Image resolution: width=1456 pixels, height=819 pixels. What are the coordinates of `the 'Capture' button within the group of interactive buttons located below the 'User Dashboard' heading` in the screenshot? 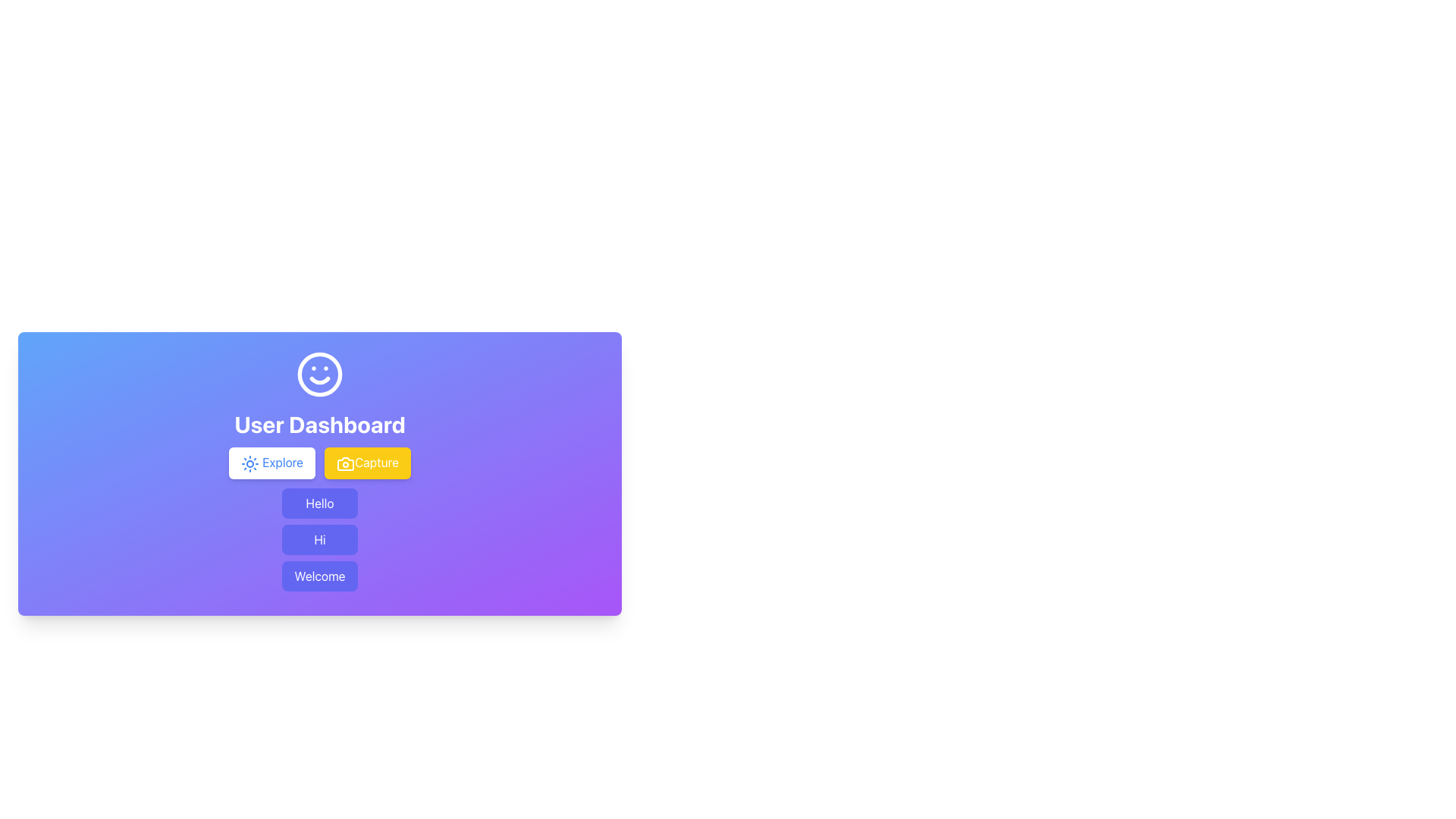 It's located at (319, 462).